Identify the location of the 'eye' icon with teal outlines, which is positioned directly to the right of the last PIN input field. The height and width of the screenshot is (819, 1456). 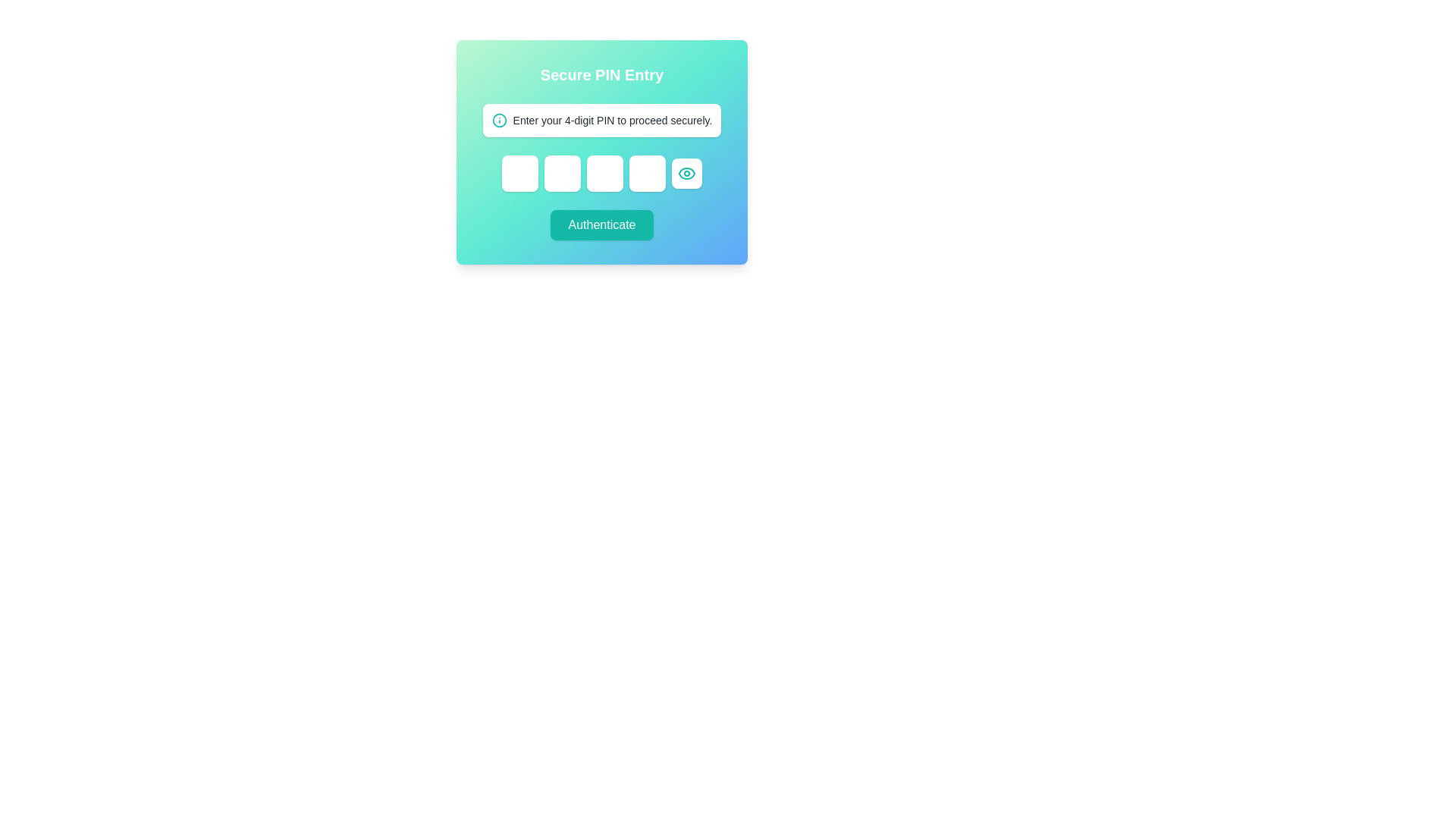
(686, 172).